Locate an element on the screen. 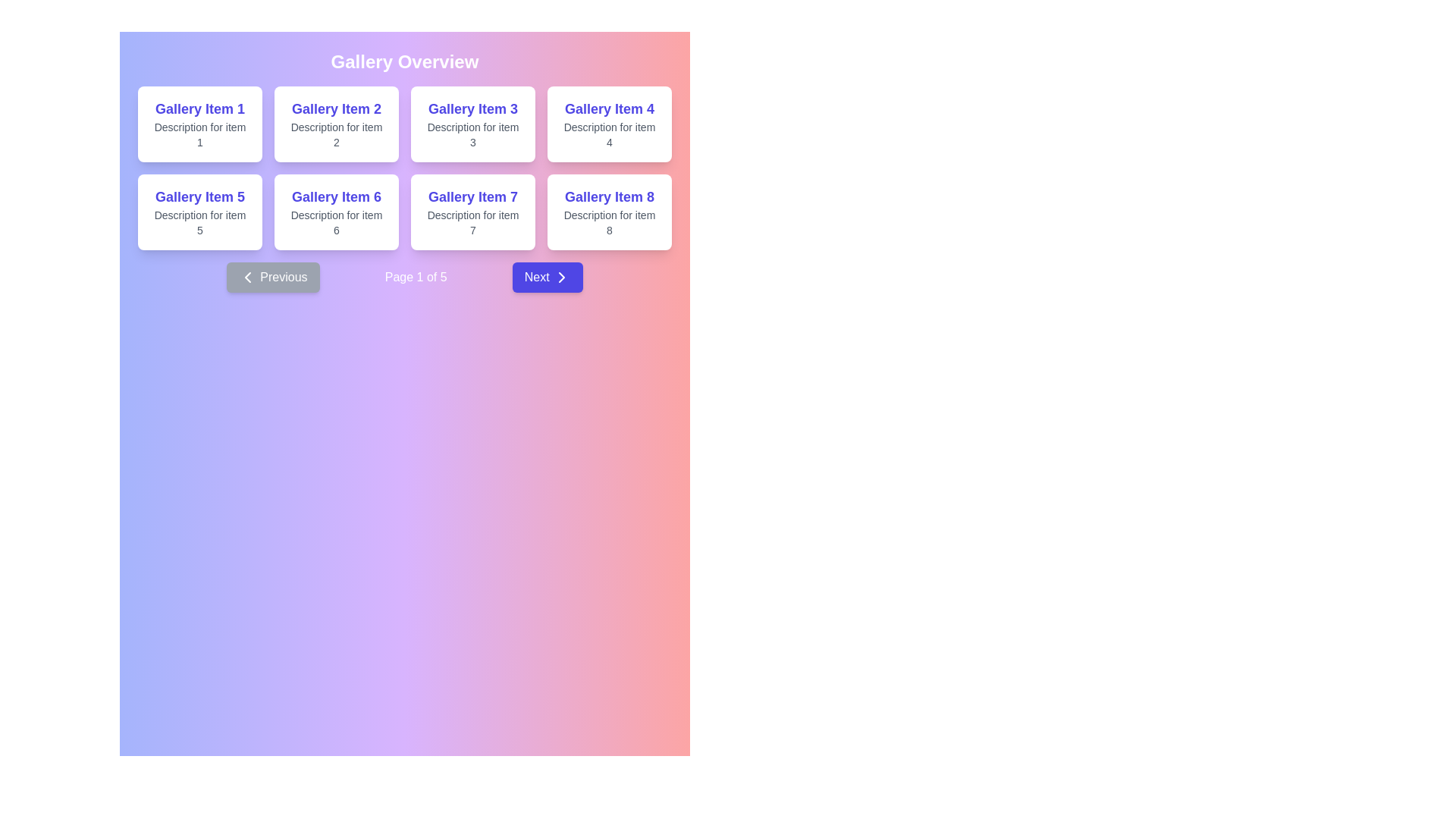 Image resolution: width=1456 pixels, height=819 pixels. the text label located centrally in the sixth card of a grid layout, positioned above the description text 'Description for item 6' is located at coordinates (336, 196).